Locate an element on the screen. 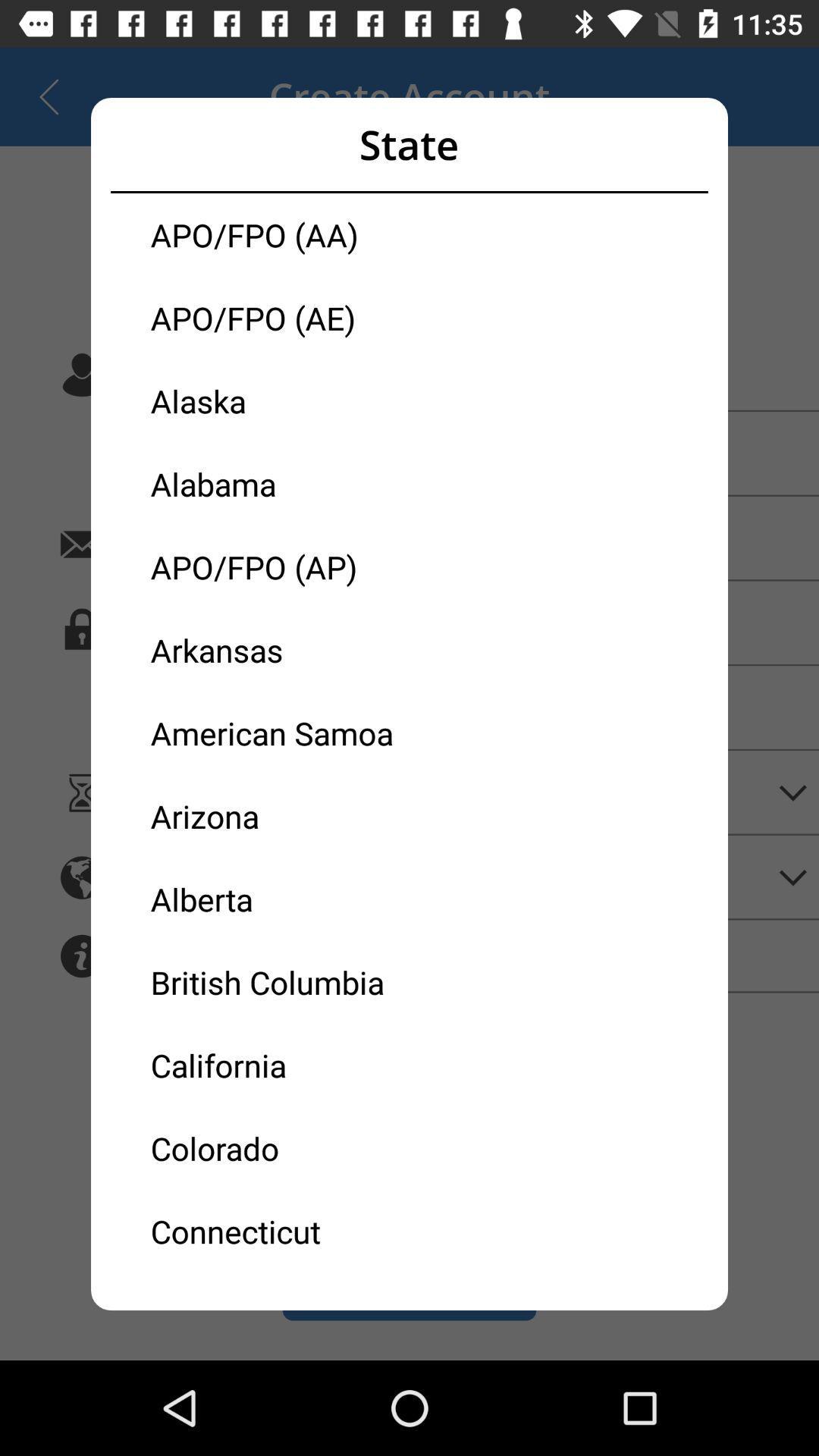  the item below the alaska icon is located at coordinates (280, 483).